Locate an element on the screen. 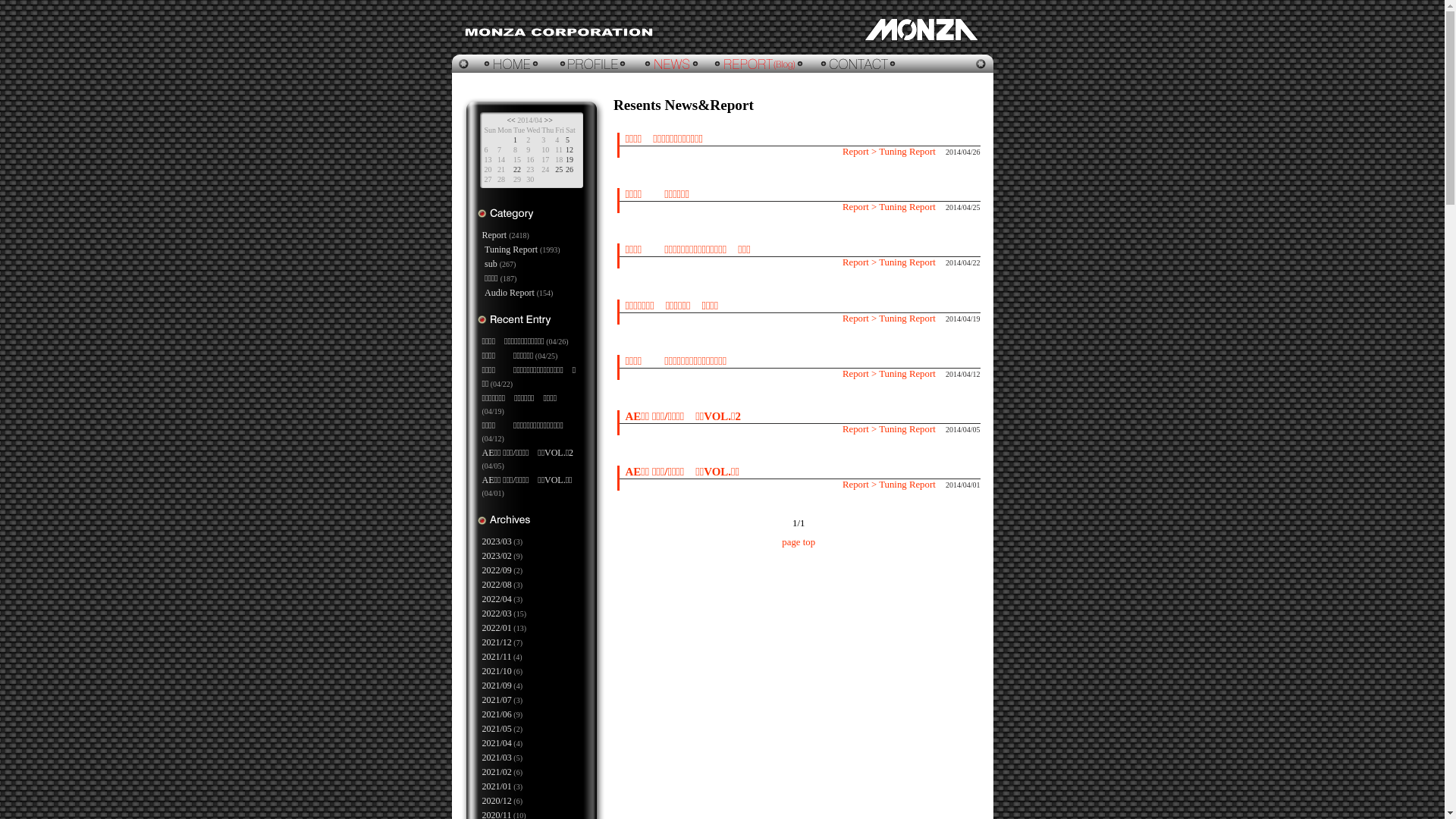  '>>' is located at coordinates (548, 119).